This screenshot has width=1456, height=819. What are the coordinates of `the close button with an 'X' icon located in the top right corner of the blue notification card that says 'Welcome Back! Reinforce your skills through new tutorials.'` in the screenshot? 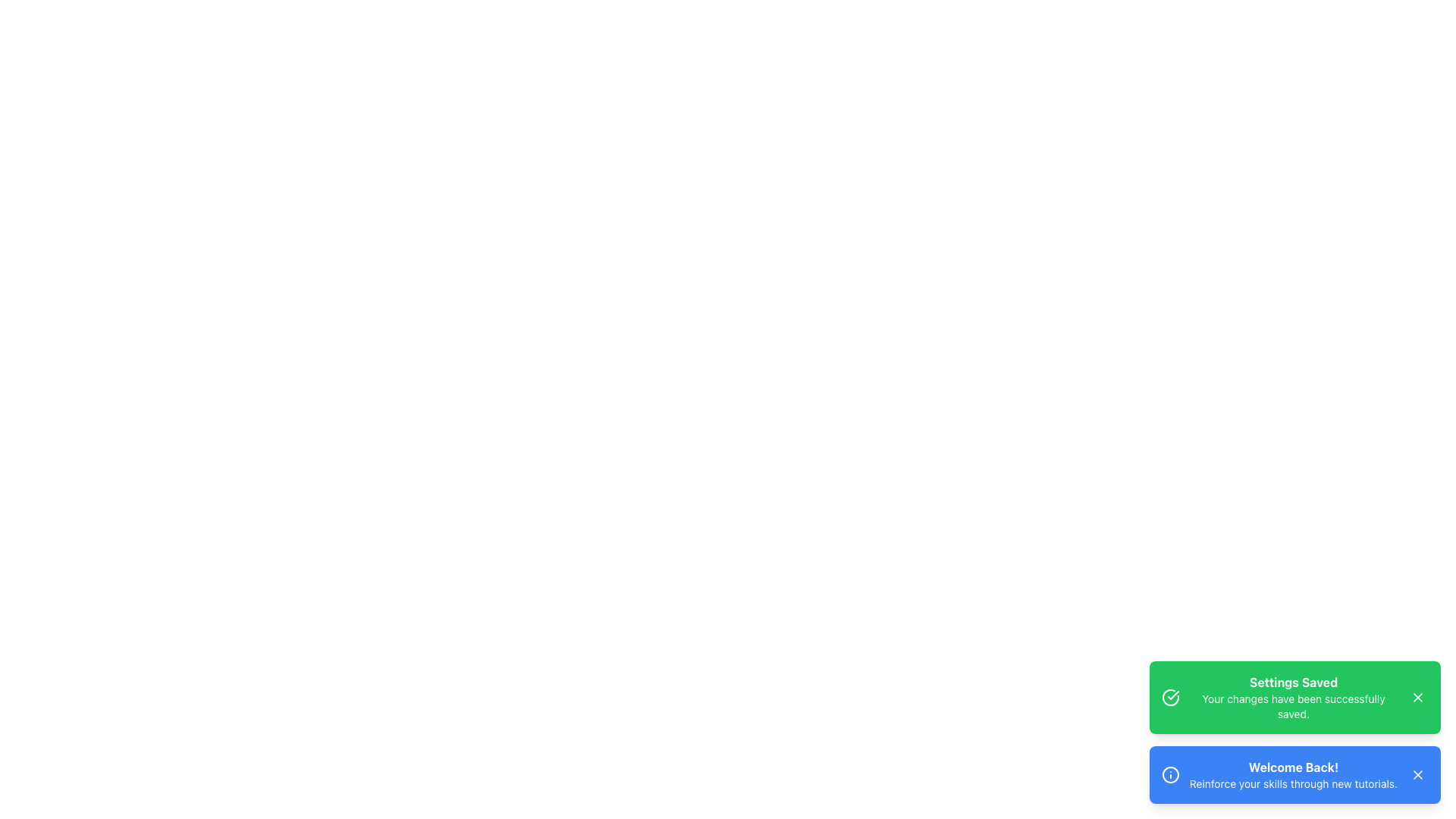 It's located at (1417, 775).